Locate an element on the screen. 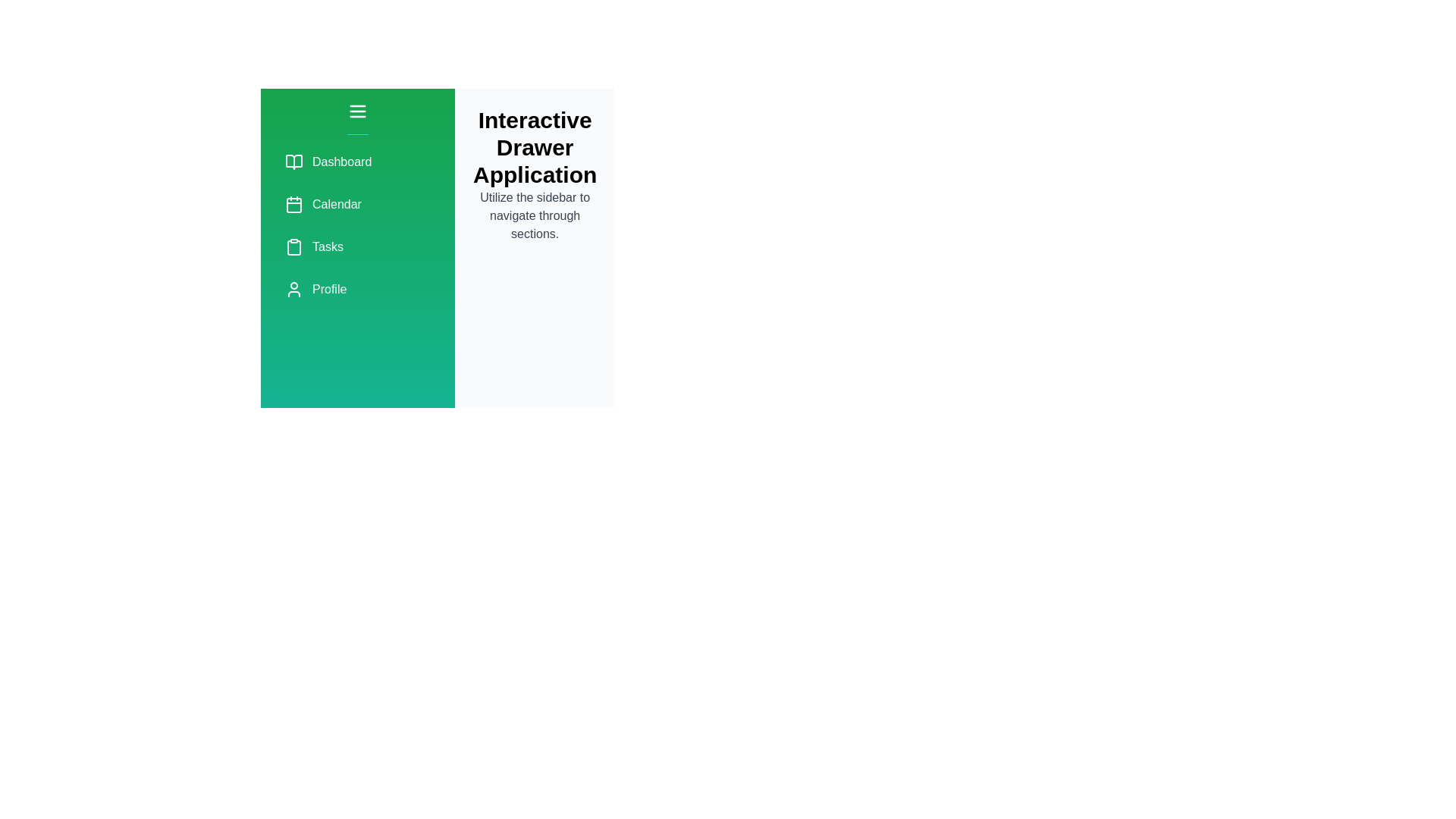 This screenshot has width=1456, height=819. the menu item labeled Calendar to navigate to its respective section is located at coordinates (356, 205).